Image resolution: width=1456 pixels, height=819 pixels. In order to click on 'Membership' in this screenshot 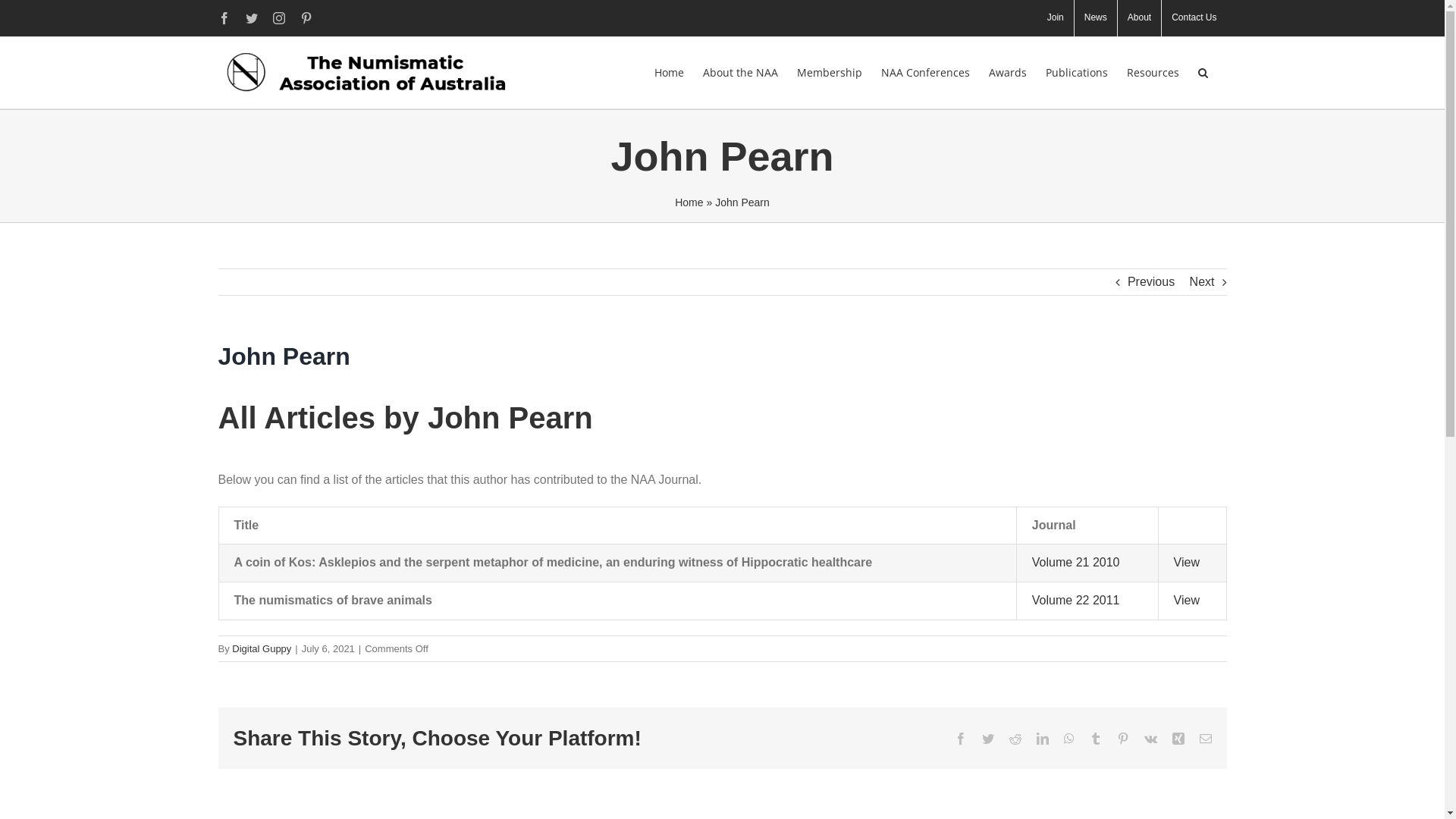, I will do `click(828, 73)`.